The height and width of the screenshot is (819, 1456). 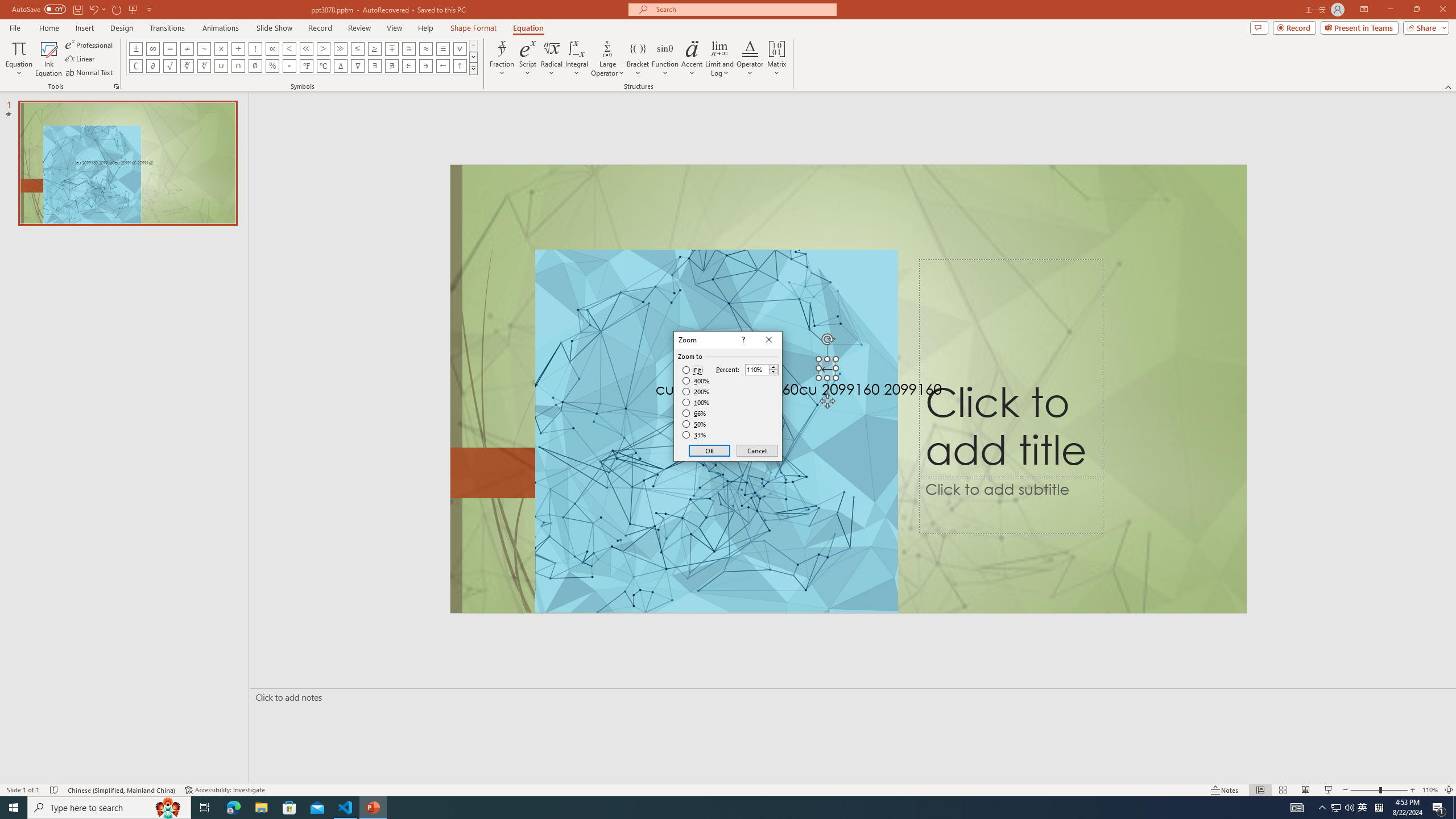 What do you see at coordinates (90, 72) in the screenshot?
I see `'Normal Text'` at bounding box center [90, 72].